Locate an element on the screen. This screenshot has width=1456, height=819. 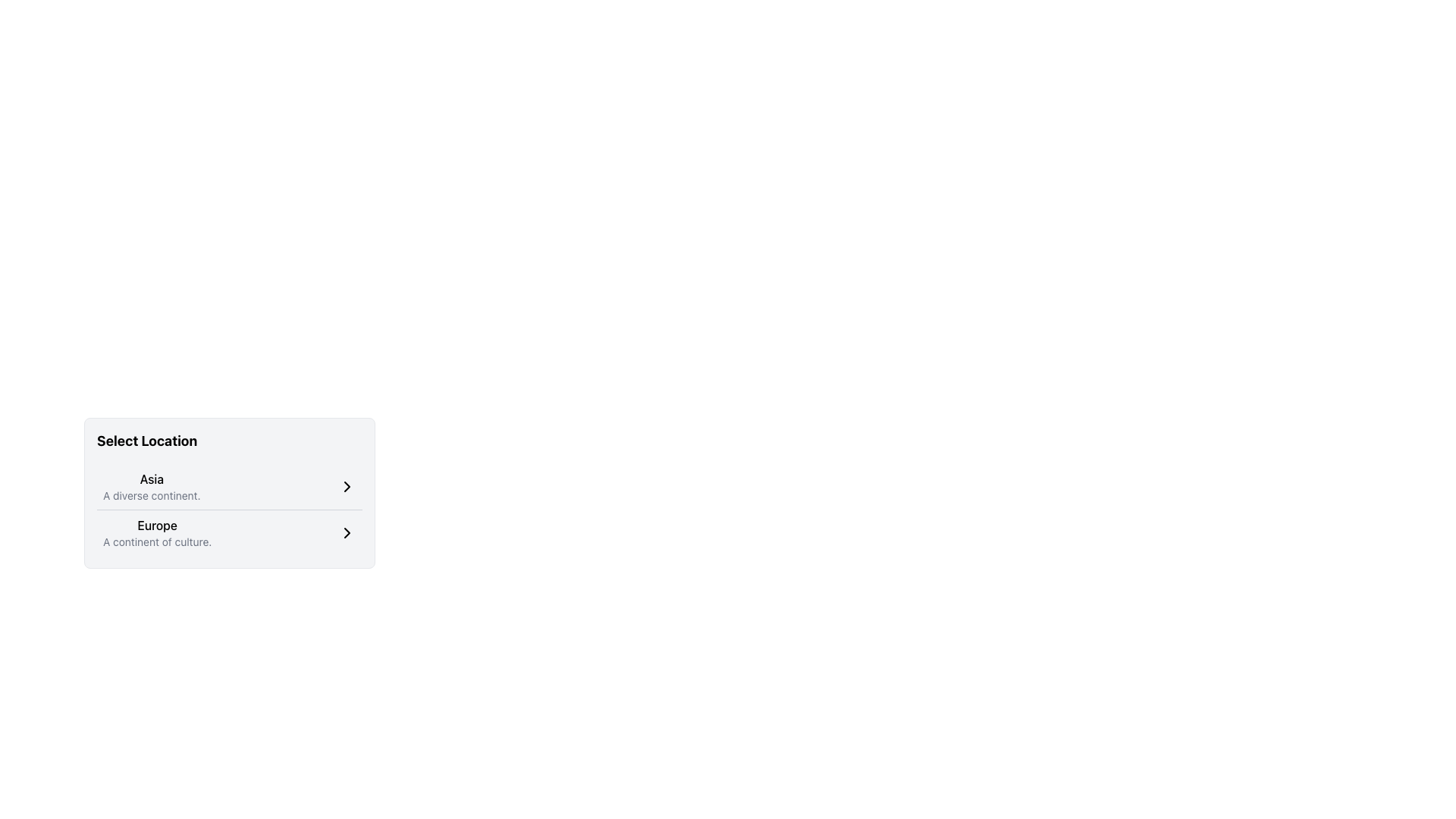
the text block titled 'Asia' which contains the description 'A diverse continent.' is located at coordinates (152, 486).